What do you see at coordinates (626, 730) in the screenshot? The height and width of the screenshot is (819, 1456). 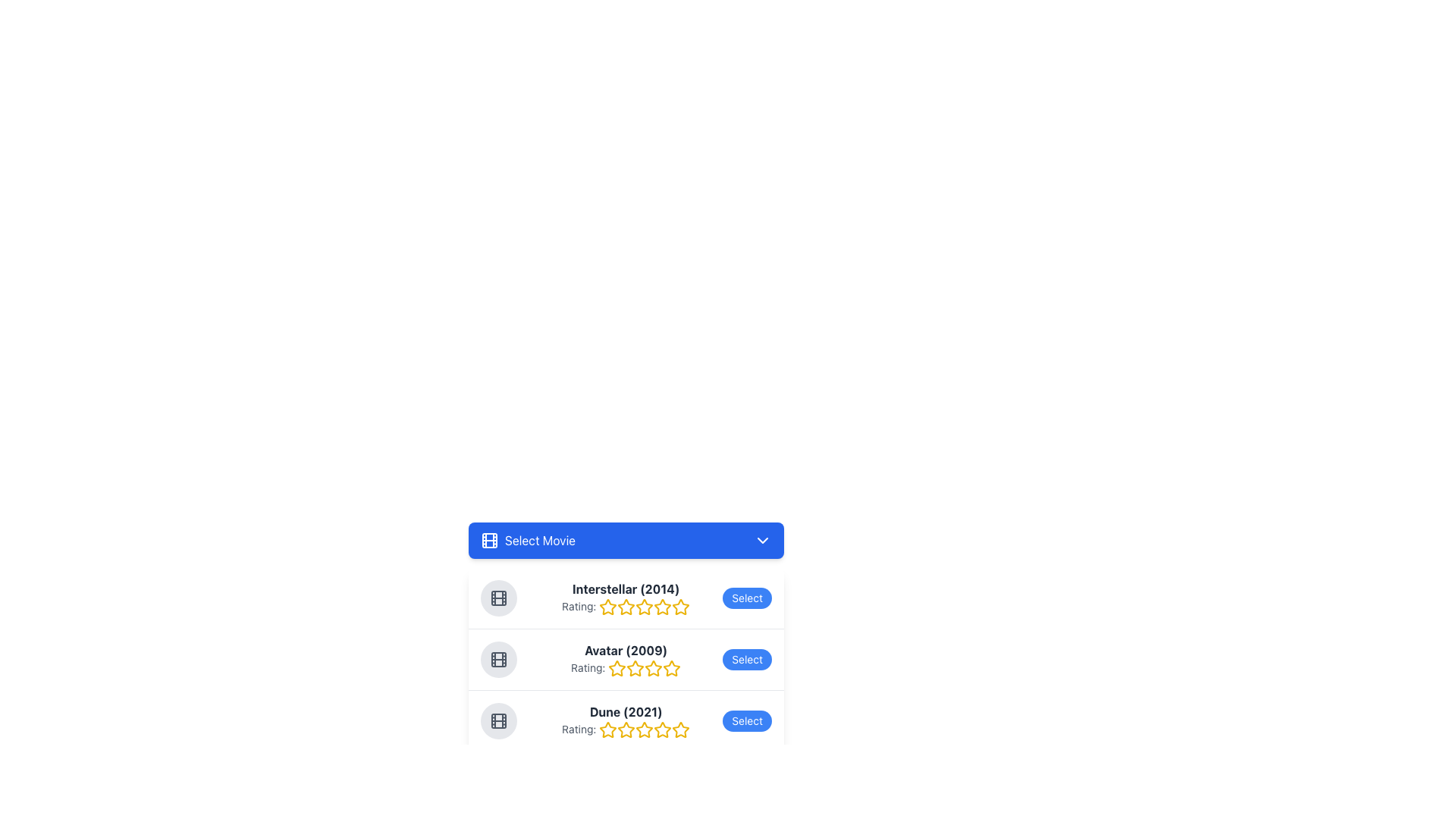 I see `the third rating star in the series of five stars for the movie 'Dune (2021)'` at bounding box center [626, 730].